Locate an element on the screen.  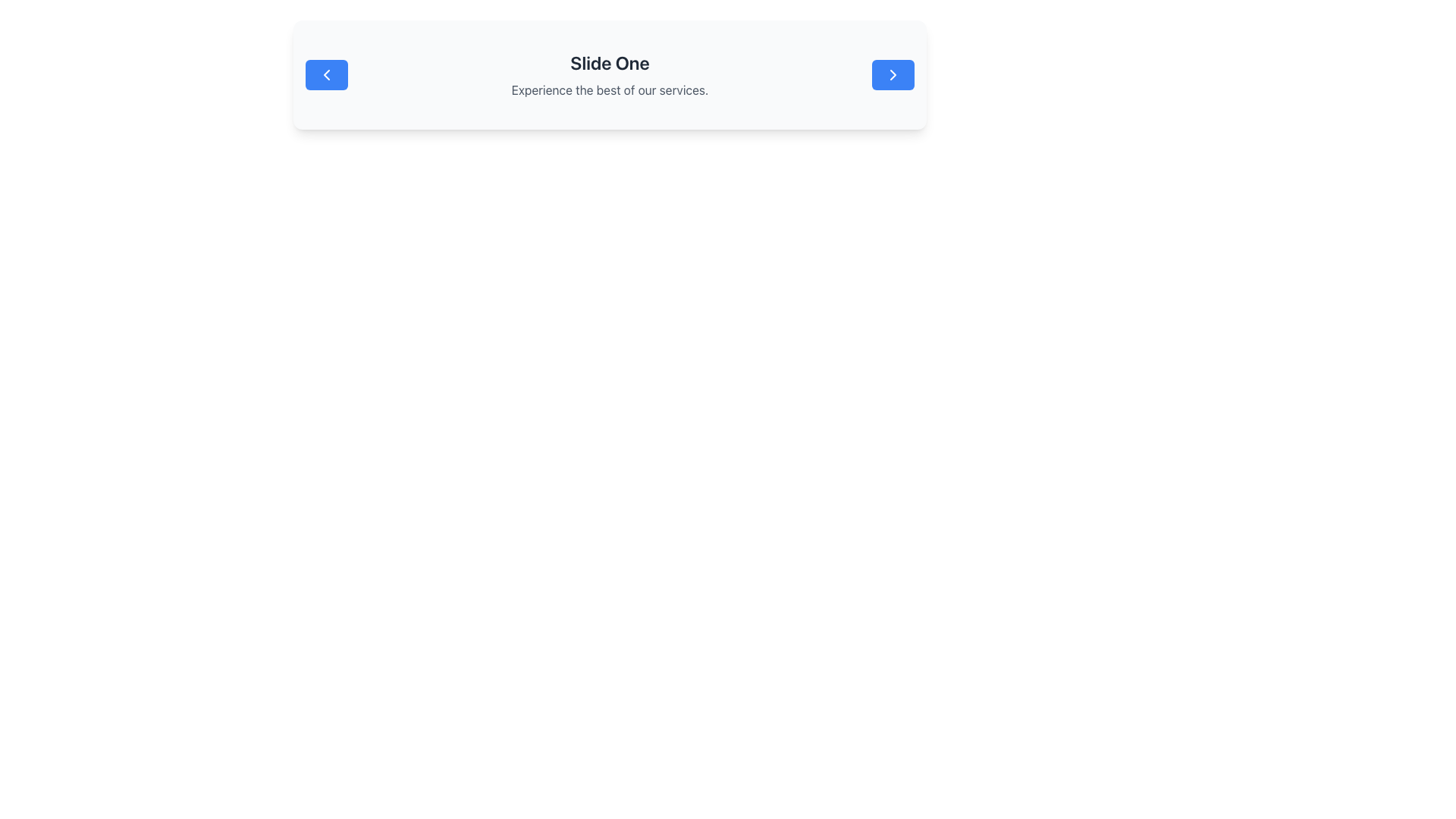
the chevron arrow icon located inside the button on the far right of the horizontal layout is located at coordinates (893, 75).